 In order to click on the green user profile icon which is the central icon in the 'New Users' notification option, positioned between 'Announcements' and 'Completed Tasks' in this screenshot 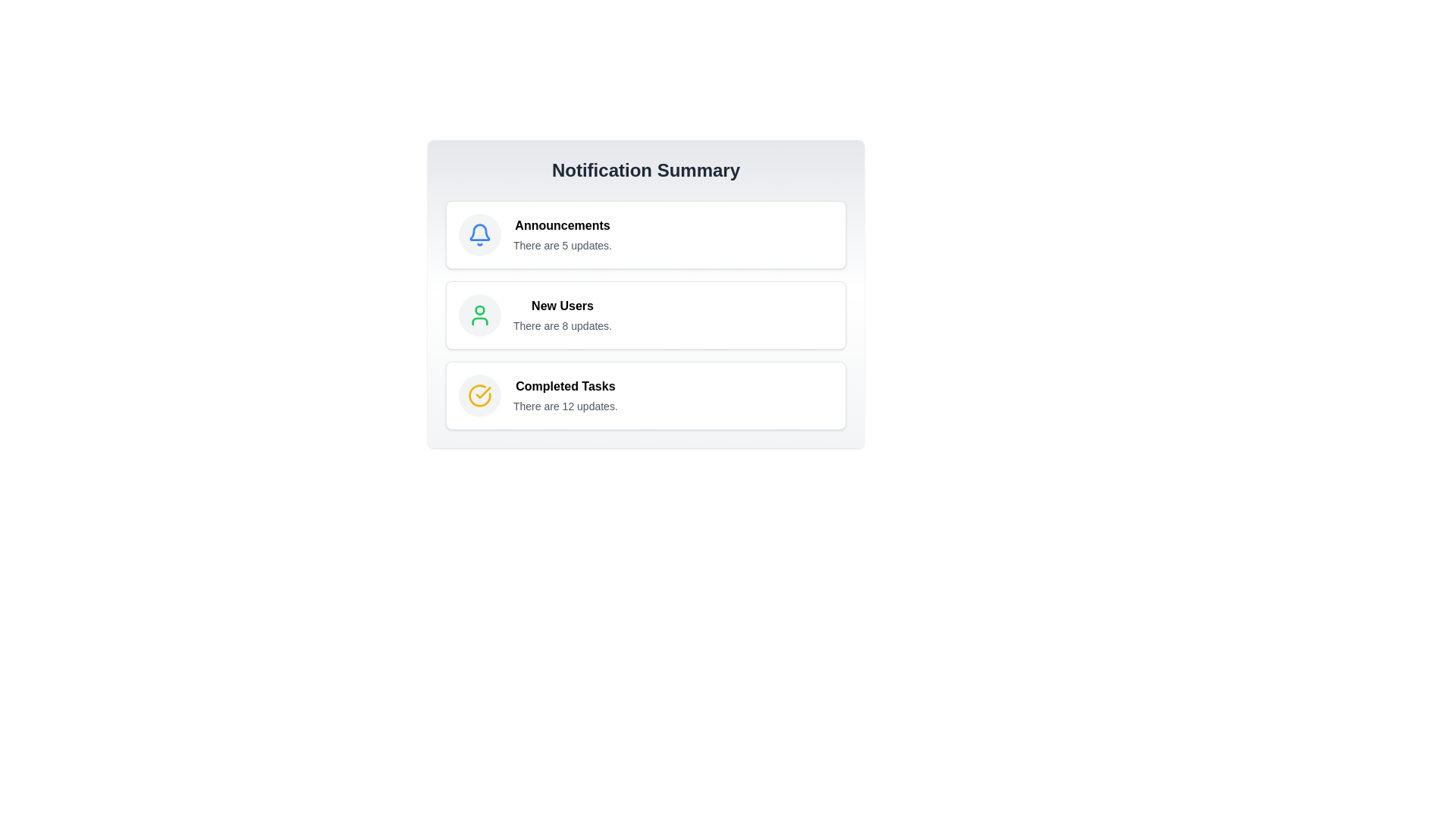, I will do `click(479, 315)`.